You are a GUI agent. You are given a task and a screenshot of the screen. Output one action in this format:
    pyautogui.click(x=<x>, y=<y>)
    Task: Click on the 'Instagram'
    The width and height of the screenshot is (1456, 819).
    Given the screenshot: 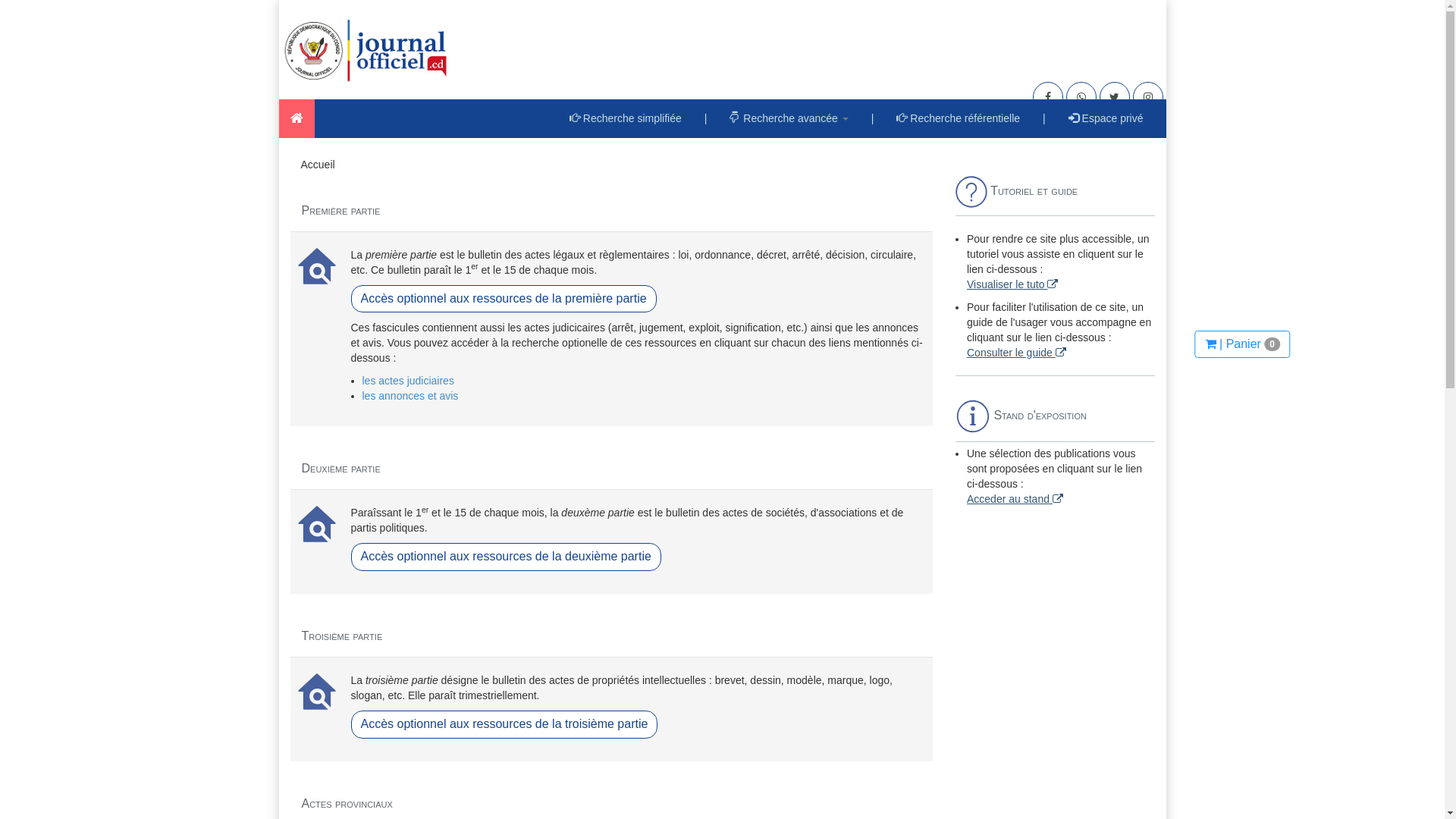 What is the action you would take?
    pyautogui.click(x=1147, y=96)
    